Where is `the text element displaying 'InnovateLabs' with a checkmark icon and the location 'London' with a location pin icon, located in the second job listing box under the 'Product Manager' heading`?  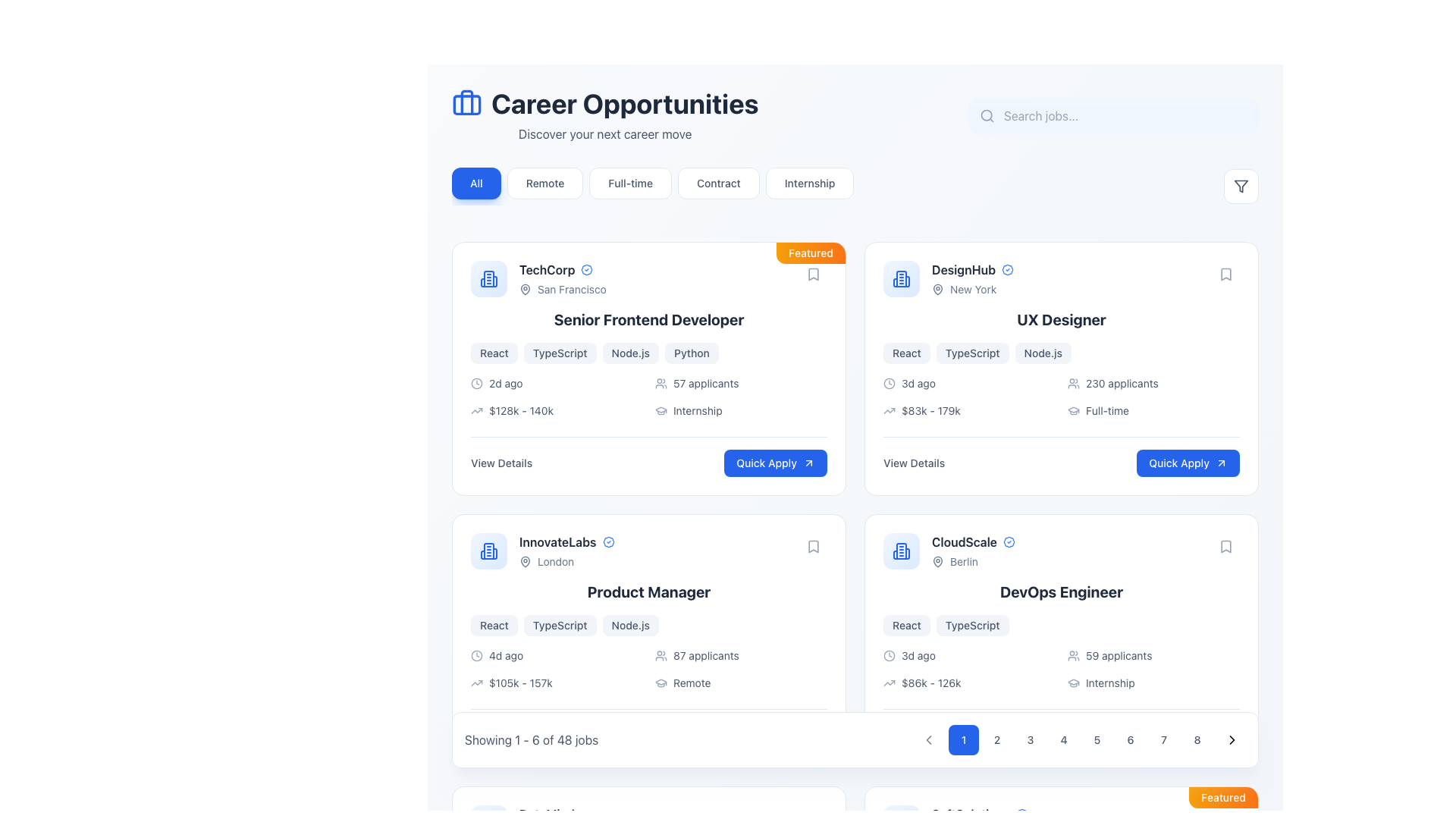 the text element displaying 'InnovateLabs' with a checkmark icon and the location 'London' with a location pin icon, located in the second job listing box under the 'Product Manager' heading is located at coordinates (566, 551).